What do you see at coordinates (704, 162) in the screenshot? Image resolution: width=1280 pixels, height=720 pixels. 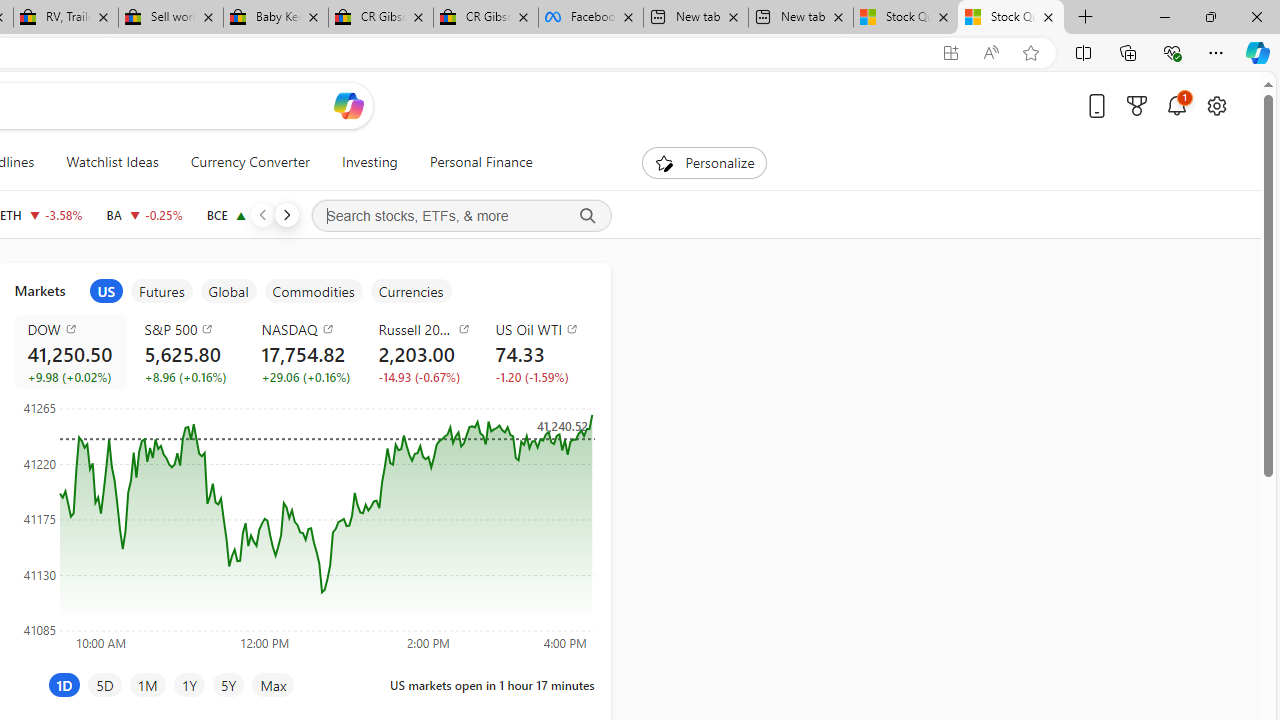 I see `'Personalize'` at bounding box center [704, 162].